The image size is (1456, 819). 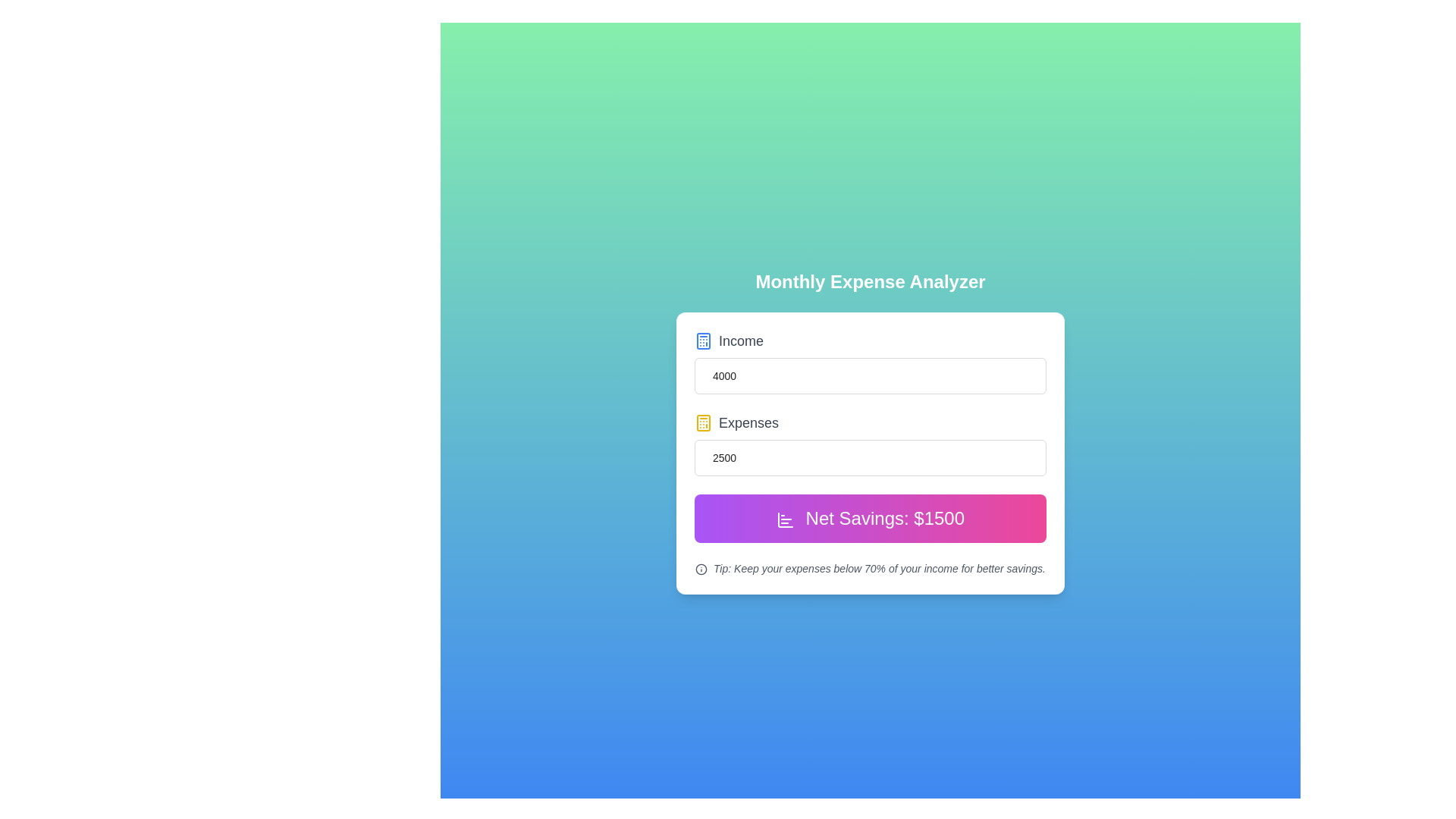 What do you see at coordinates (870, 444) in the screenshot?
I see `the Numeric Input Field displaying the numeric value '2500' to focus on it` at bounding box center [870, 444].